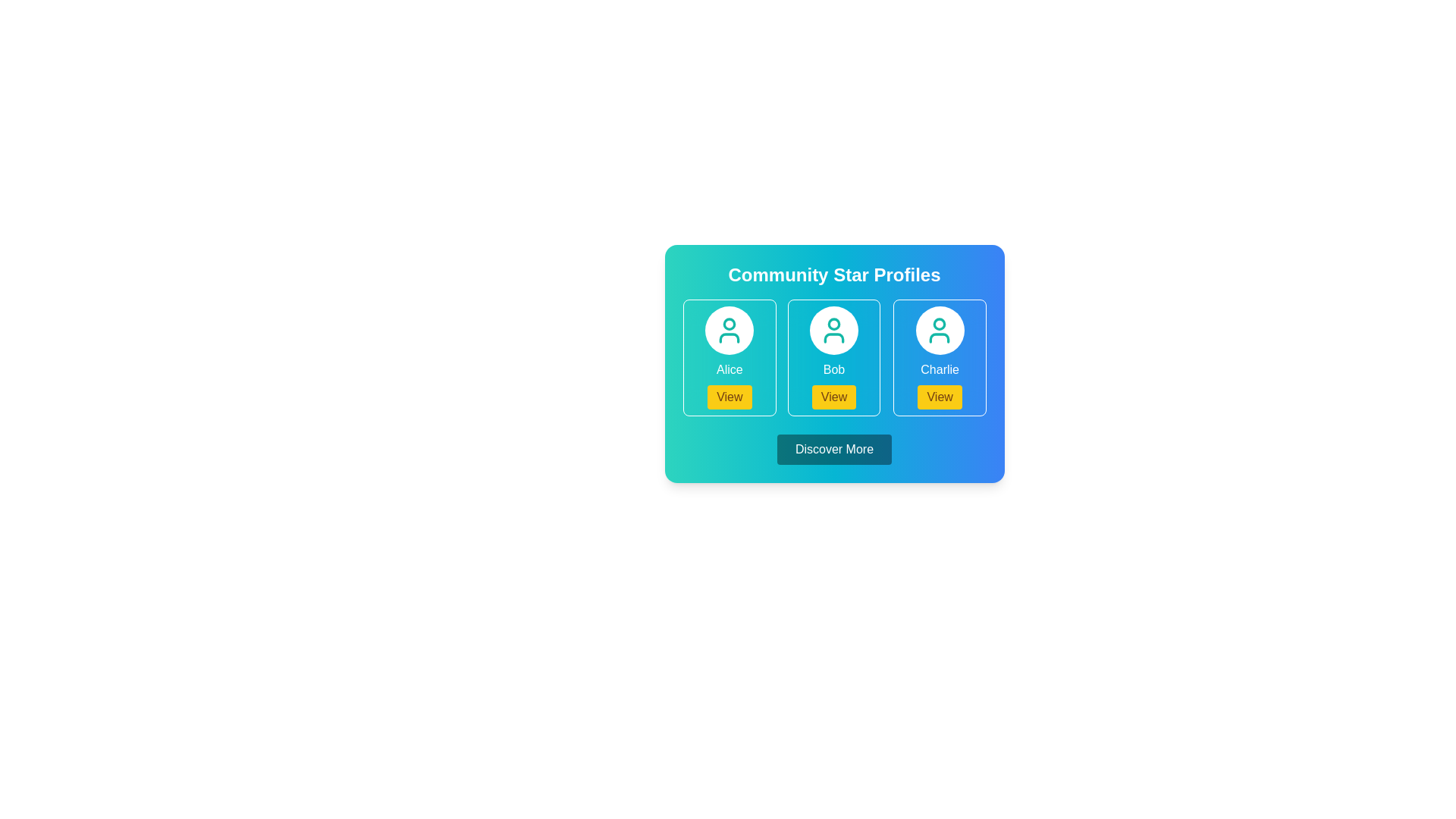 The width and height of the screenshot is (1456, 819). Describe the element at coordinates (938, 329) in the screenshot. I see `the user profile icon located above the text 'Charlie' and the button labeled 'View' in the rightmost column of the layout` at that location.